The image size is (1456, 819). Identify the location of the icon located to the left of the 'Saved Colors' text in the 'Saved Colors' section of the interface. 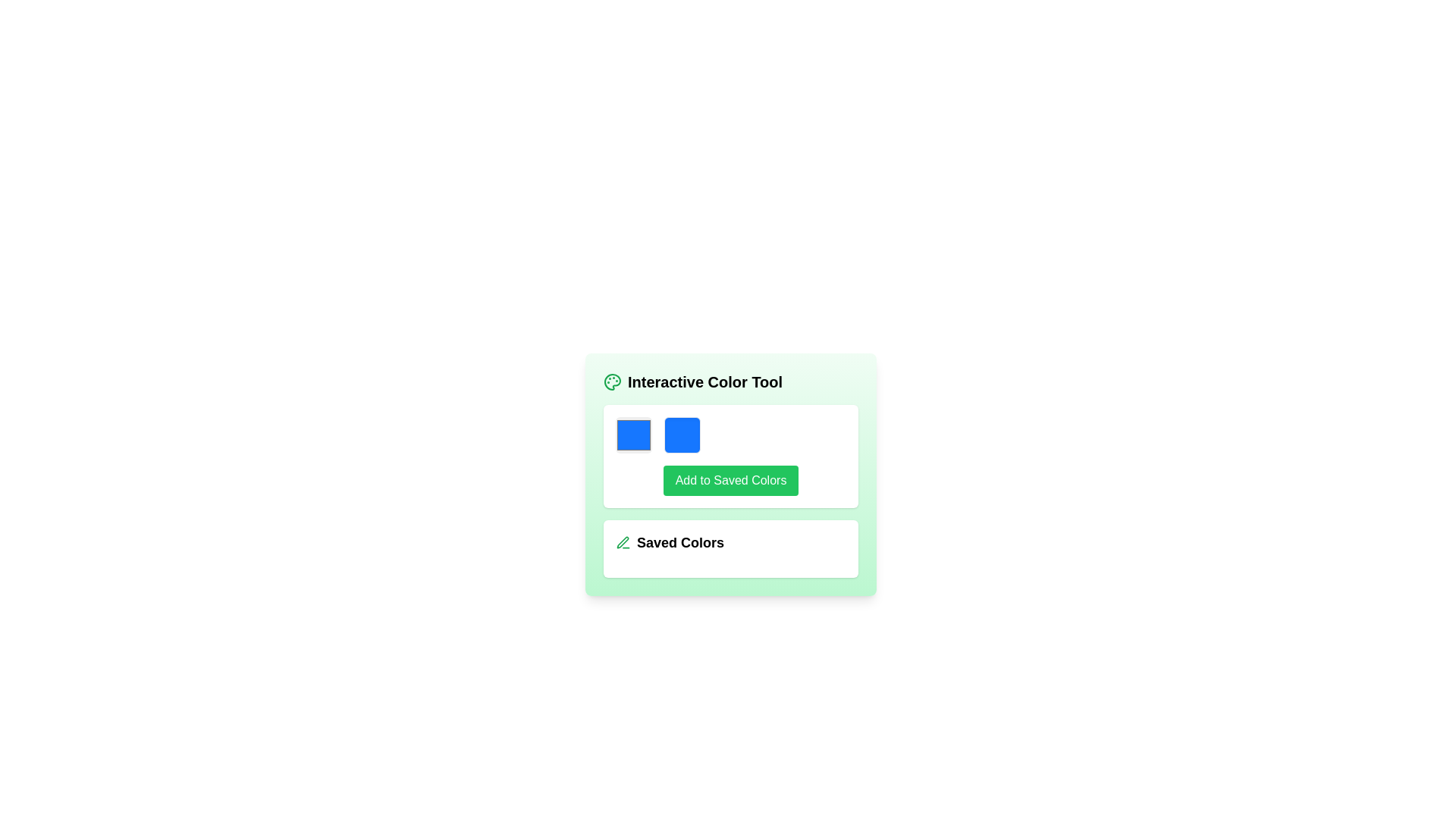
(623, 542).